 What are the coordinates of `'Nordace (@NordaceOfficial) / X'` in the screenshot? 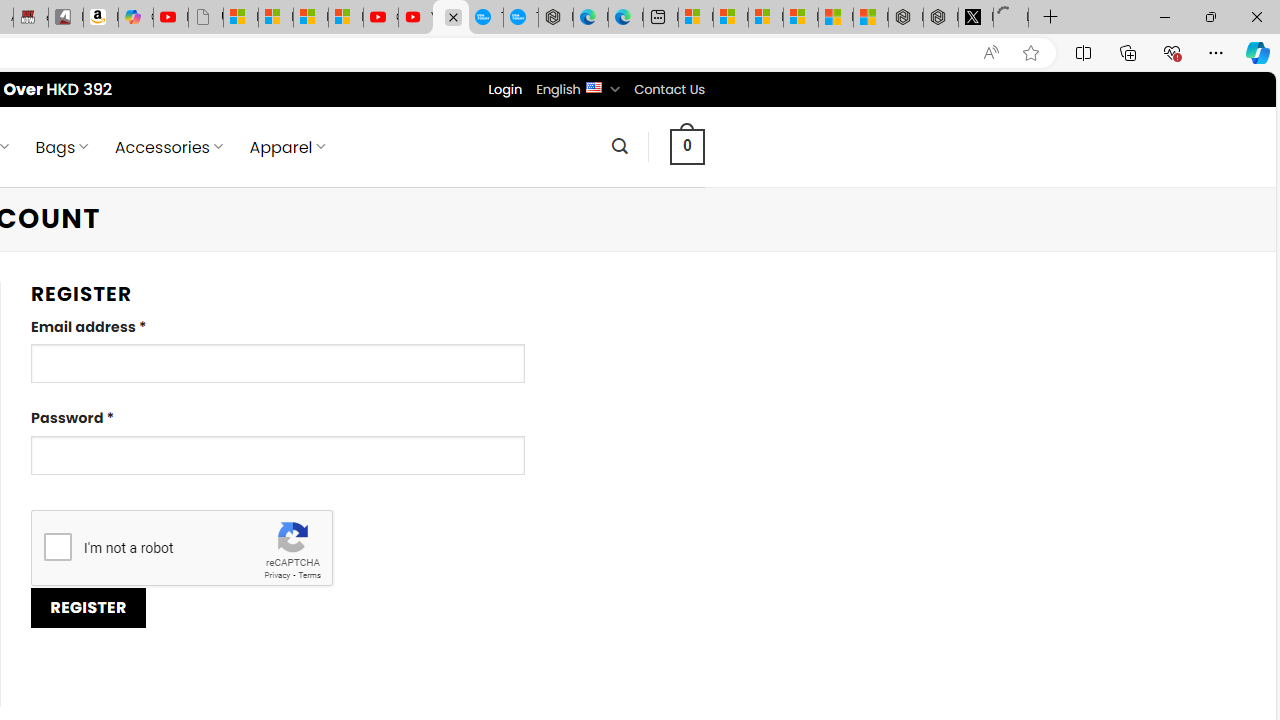 It's located at (976, 17).